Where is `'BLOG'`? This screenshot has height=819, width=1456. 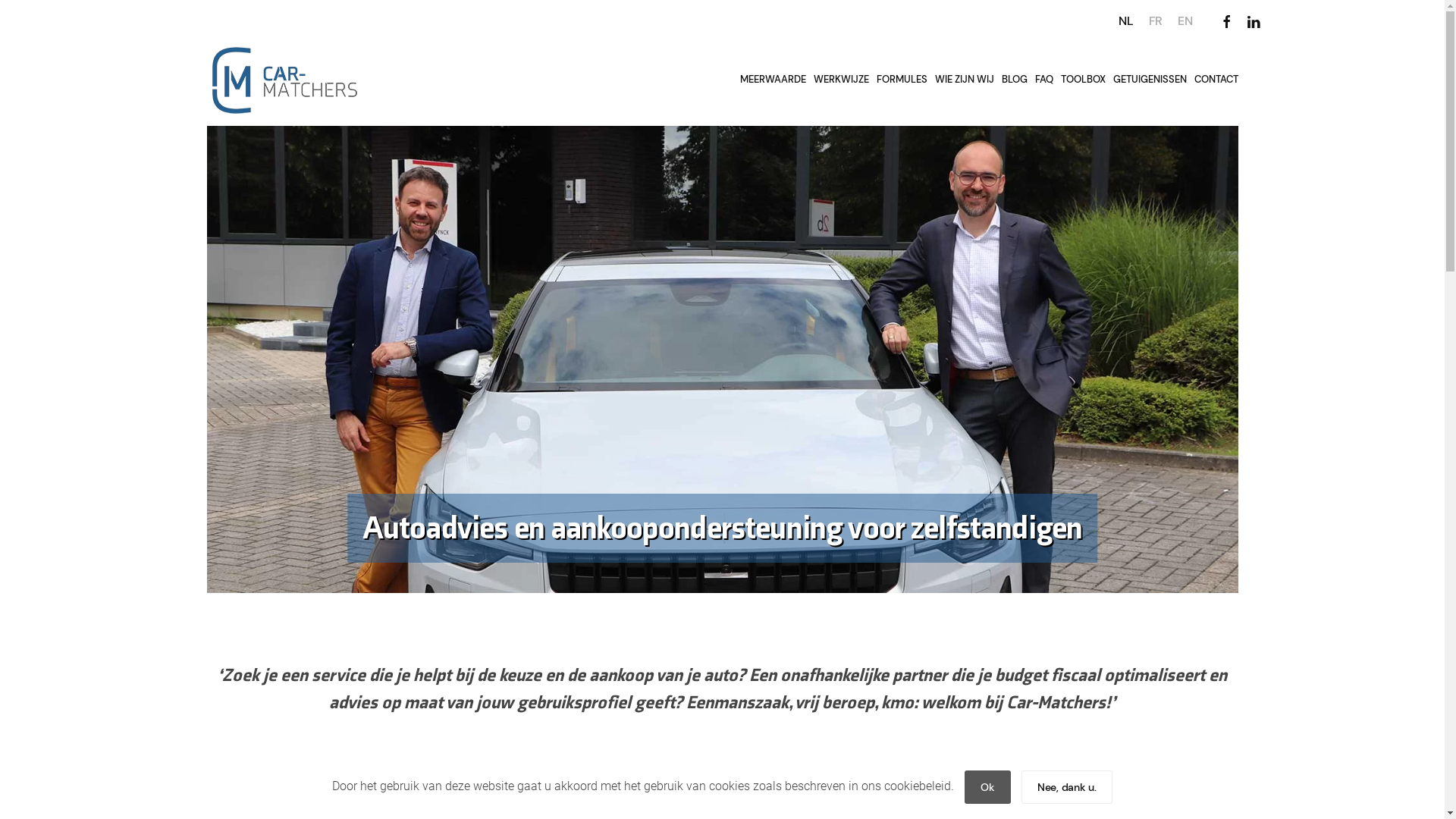 'BLOG' is located at coordinates (1015, 80).